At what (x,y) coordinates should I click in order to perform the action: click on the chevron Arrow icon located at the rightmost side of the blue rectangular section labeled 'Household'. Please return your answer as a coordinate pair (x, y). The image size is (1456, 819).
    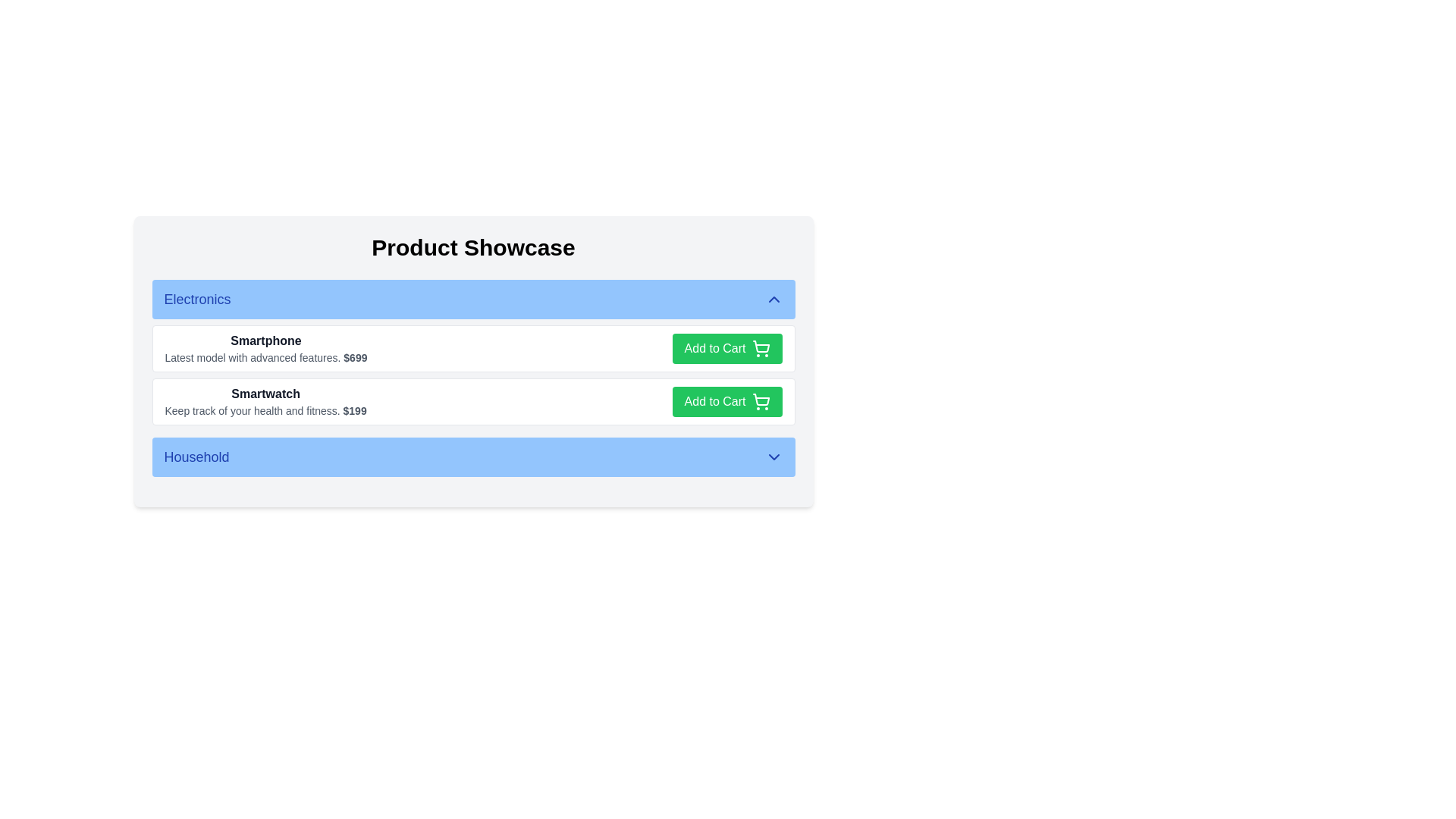
    Looking at the image, I should click on (773, 456).